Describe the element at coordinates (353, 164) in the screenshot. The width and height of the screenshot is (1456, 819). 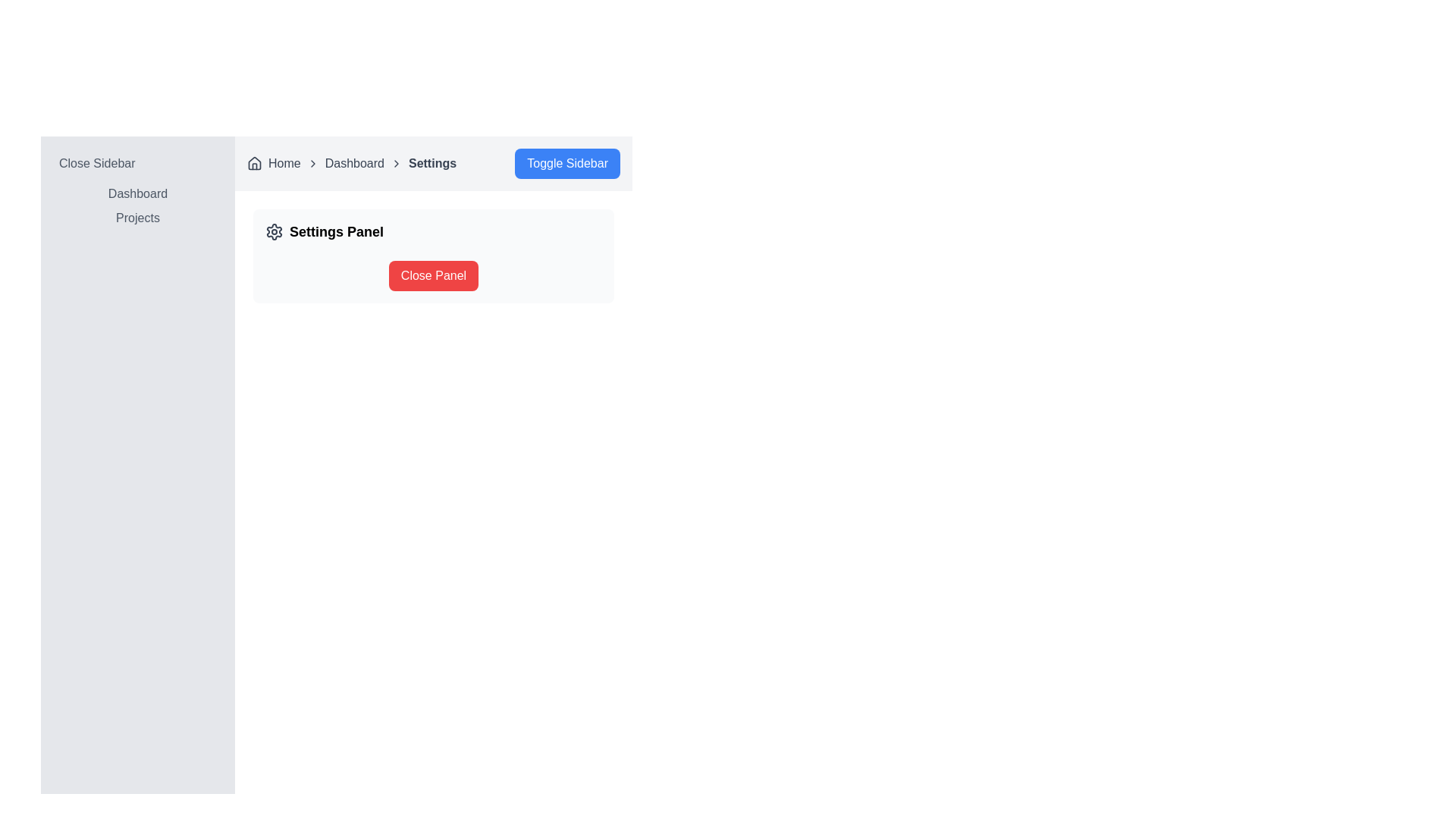
I see `the third breadcrumb hyperlink in the navigation bar` at that location.